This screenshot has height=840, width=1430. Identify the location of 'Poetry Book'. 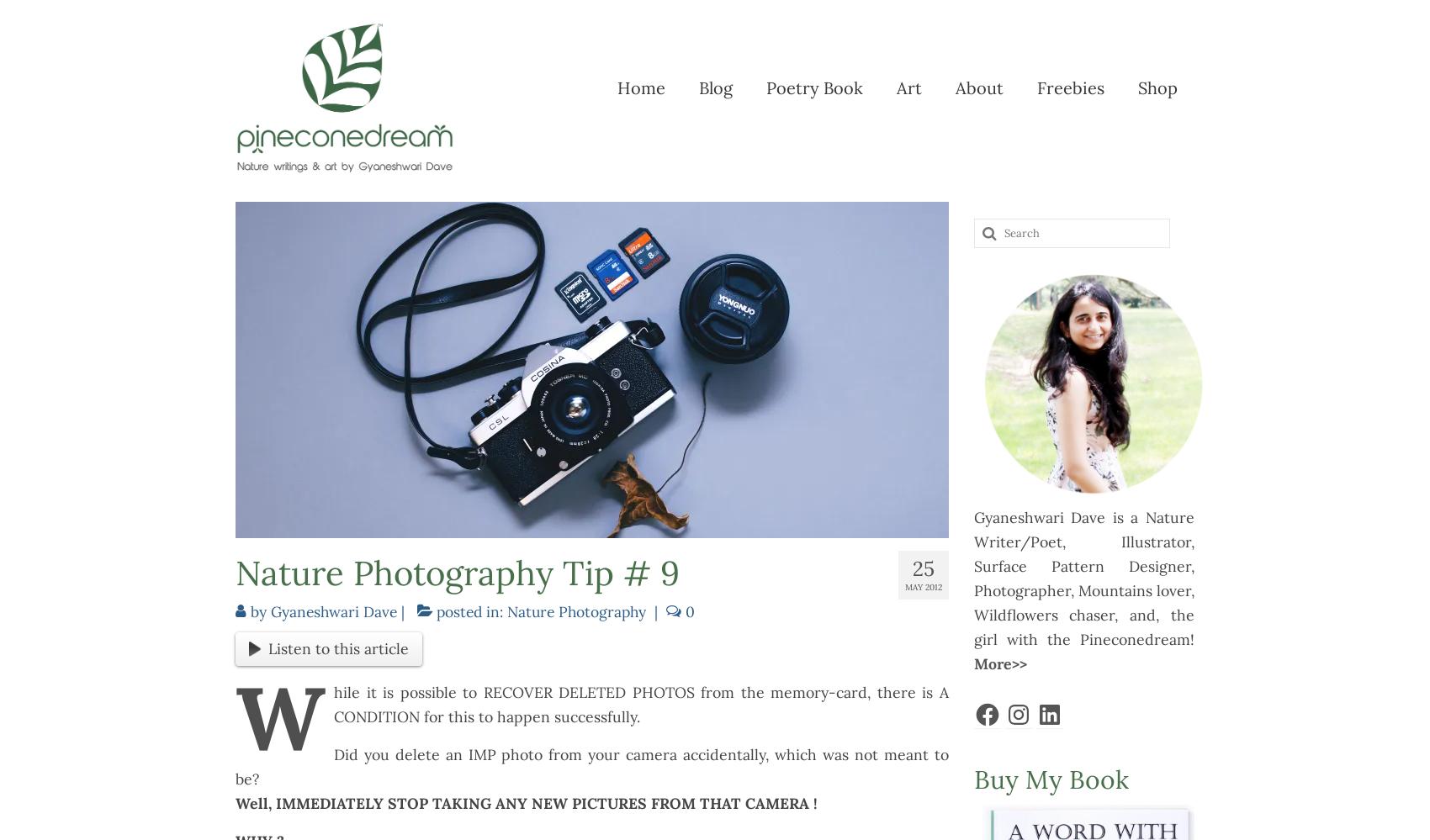
(813, 87).